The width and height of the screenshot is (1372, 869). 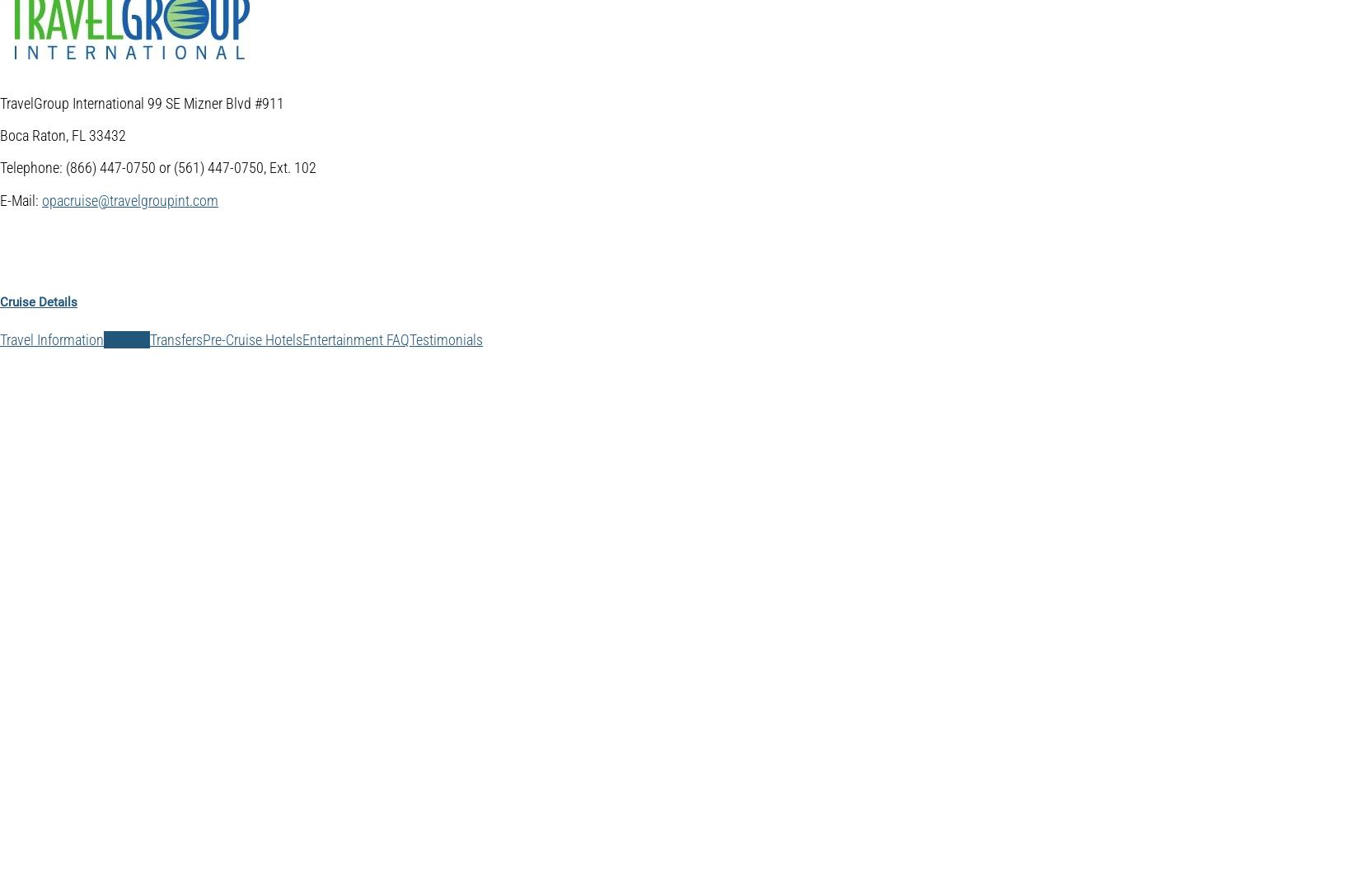 What do you see at coordinates (0, 166) in the screenshot?
I see `'Telephone: (866) 447-0750 or (561) 447-0750, Ext. 102'` at bounding box center [0, 166].